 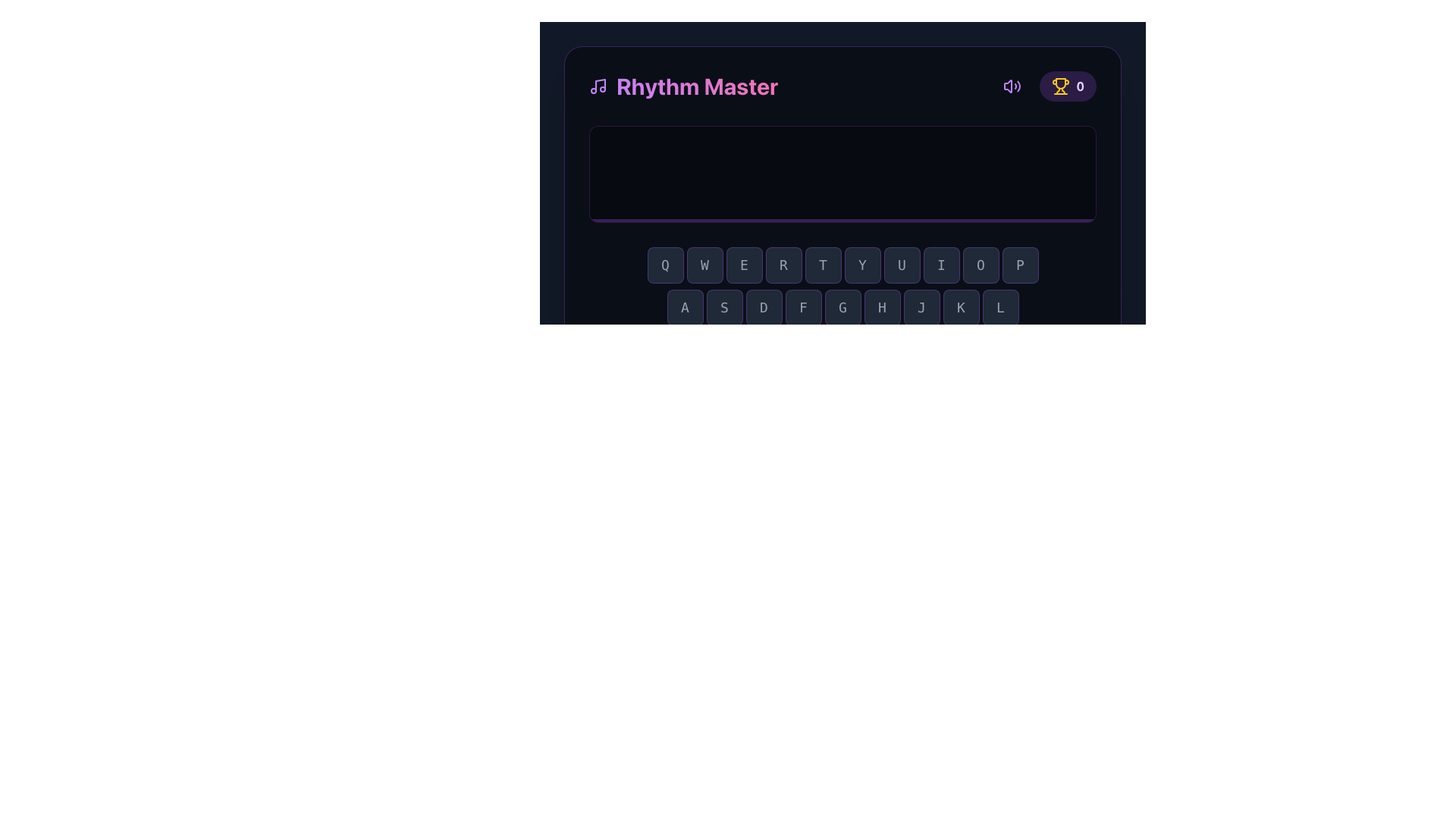 I want to click on the square-shaped button with a dark gray background and light-gray text displaying the letter 'E' to input the letter 'E', so click(x=744, y=265).